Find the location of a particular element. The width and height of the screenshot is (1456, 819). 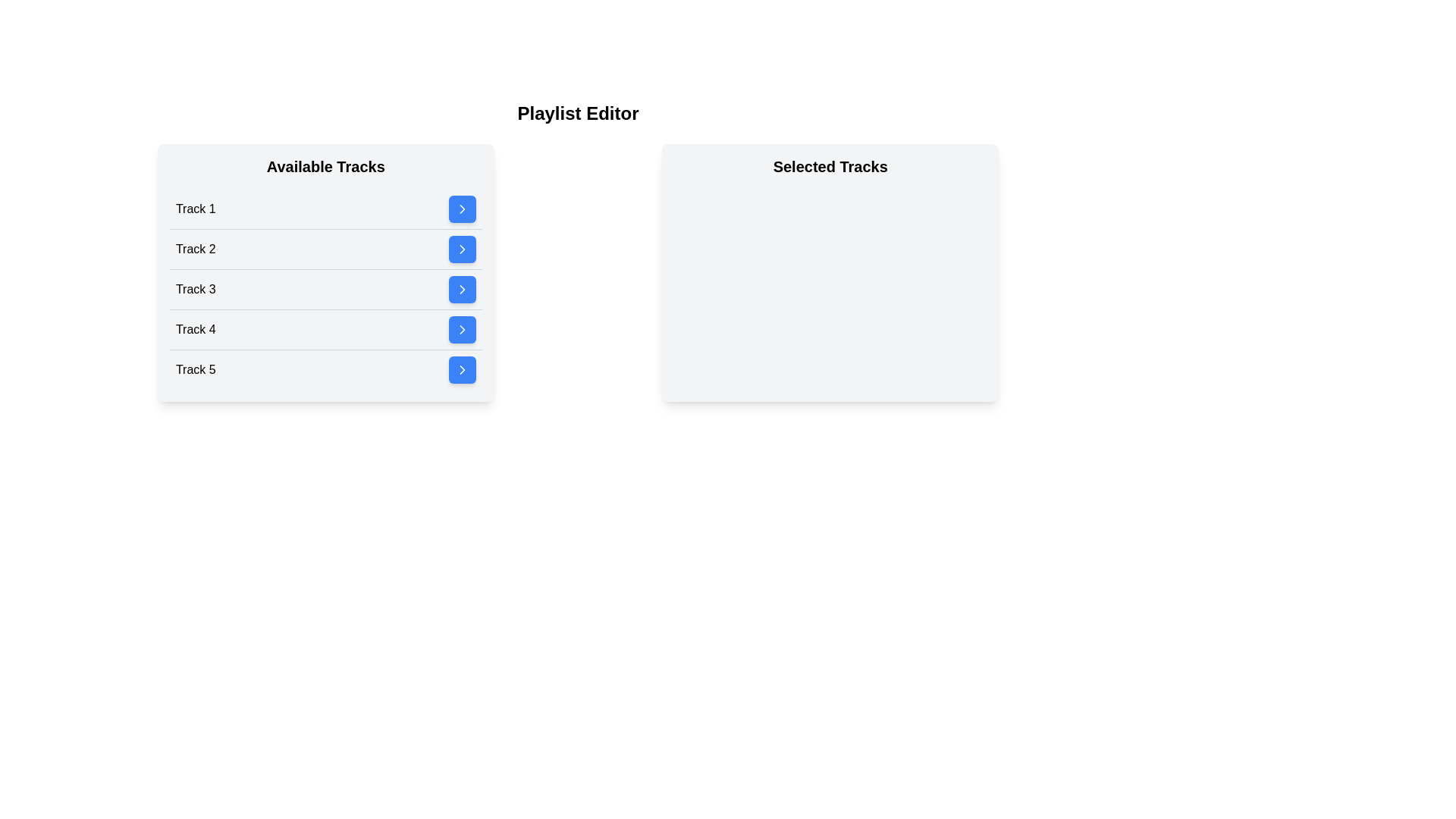

blue button next to Track 1 in the 'Available Tracks' list to move it to 'Selected Tracks' is located at coordinates (461, 209).